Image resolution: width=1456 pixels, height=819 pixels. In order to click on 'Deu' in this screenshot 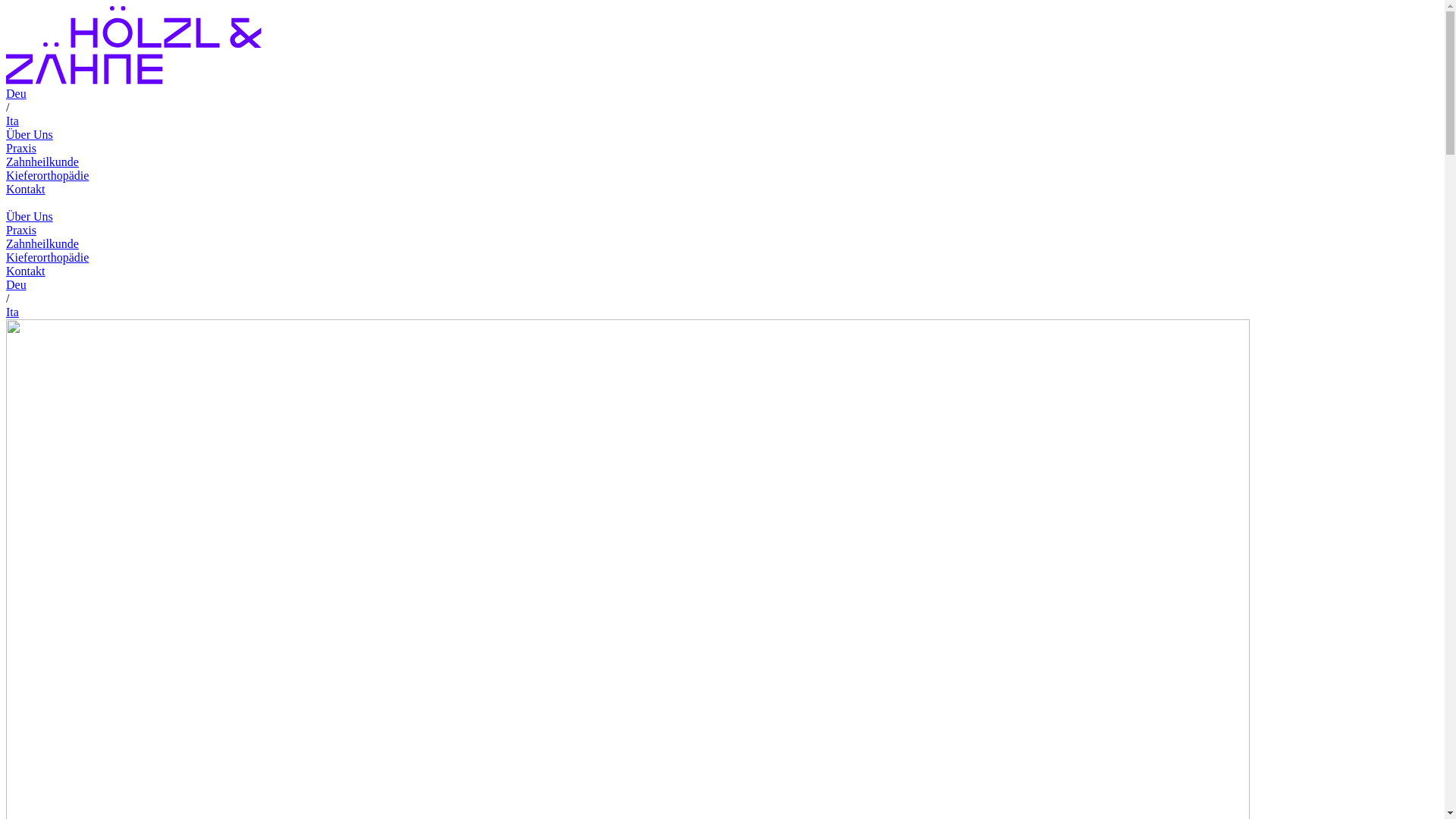, I will do `click(16, 93)`.